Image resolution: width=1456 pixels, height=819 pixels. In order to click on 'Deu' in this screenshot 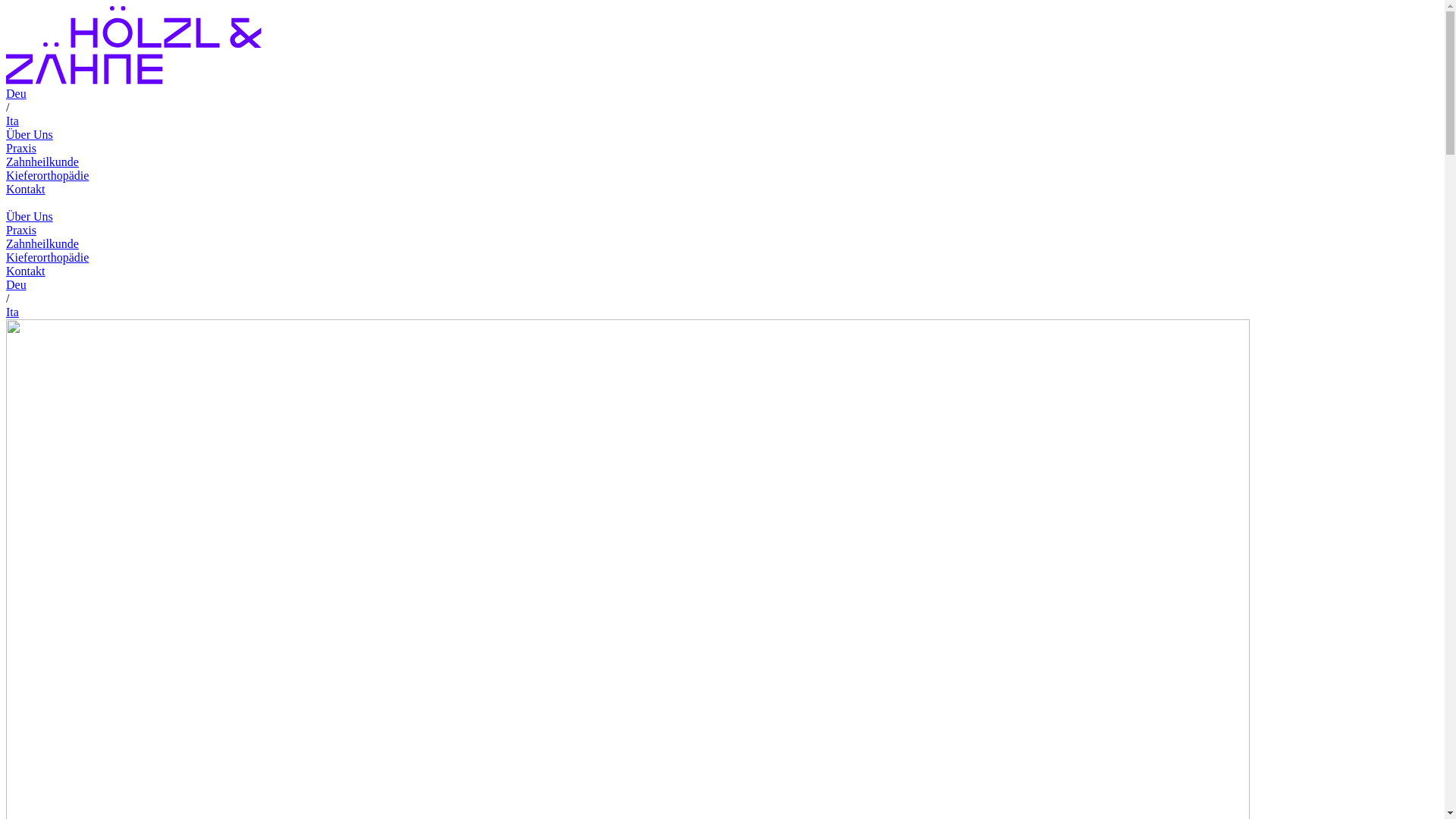, I will do `click(16, 93)`.